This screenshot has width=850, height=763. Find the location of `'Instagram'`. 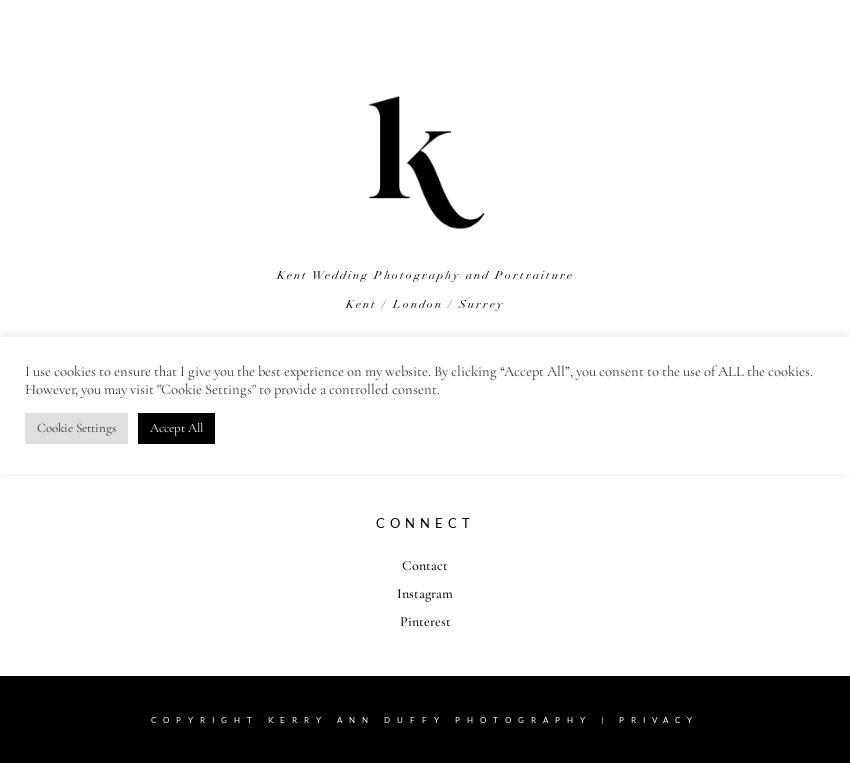

'Instagram' is located at coordinates (425, 591).